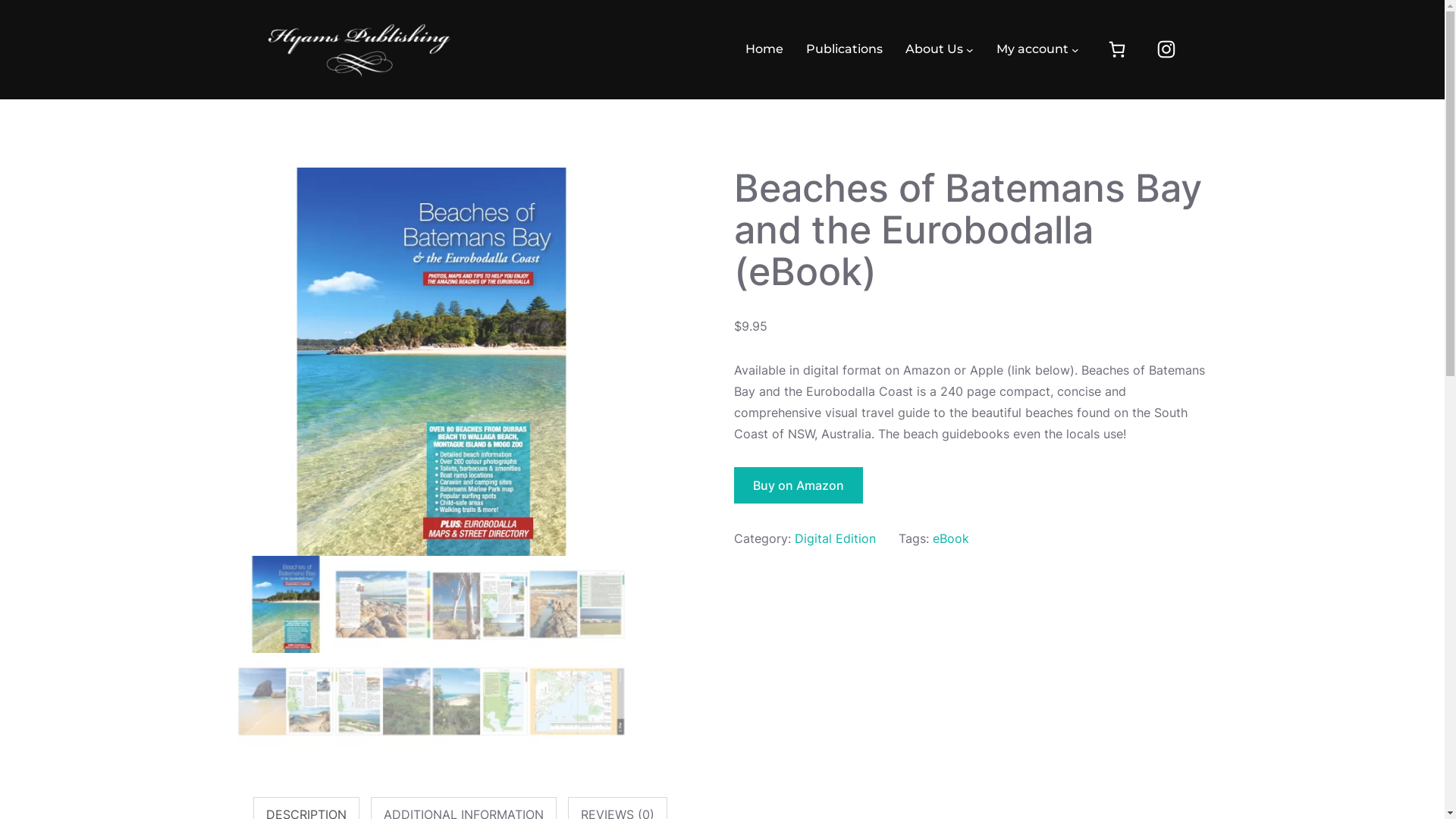 The width and height of the screenshot is (1456, 819). Describe the element at coordinates (797, 485) in the screenshot. I see `'Buy on Amazon'` at that location.